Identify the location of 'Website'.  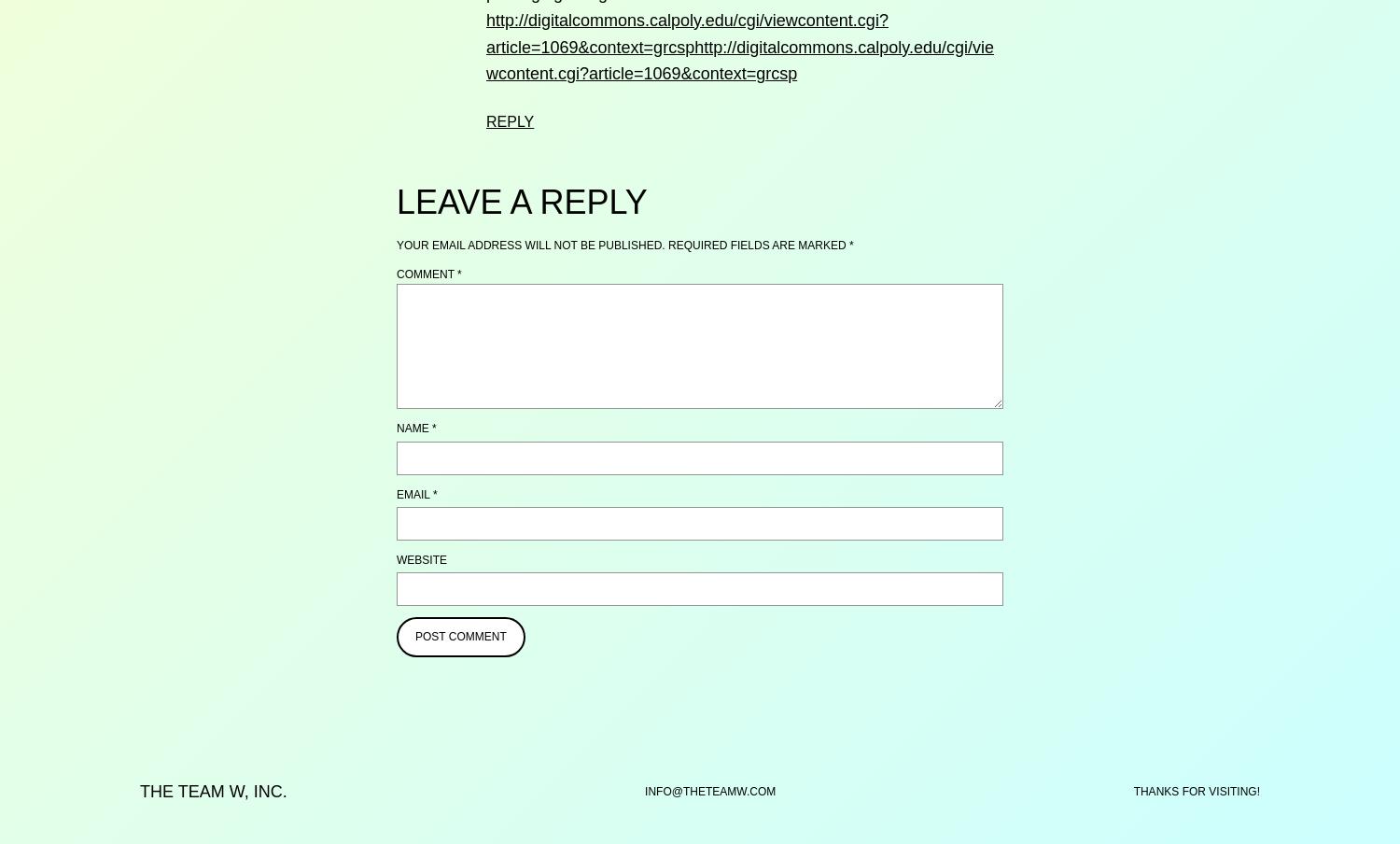
(420, 557).